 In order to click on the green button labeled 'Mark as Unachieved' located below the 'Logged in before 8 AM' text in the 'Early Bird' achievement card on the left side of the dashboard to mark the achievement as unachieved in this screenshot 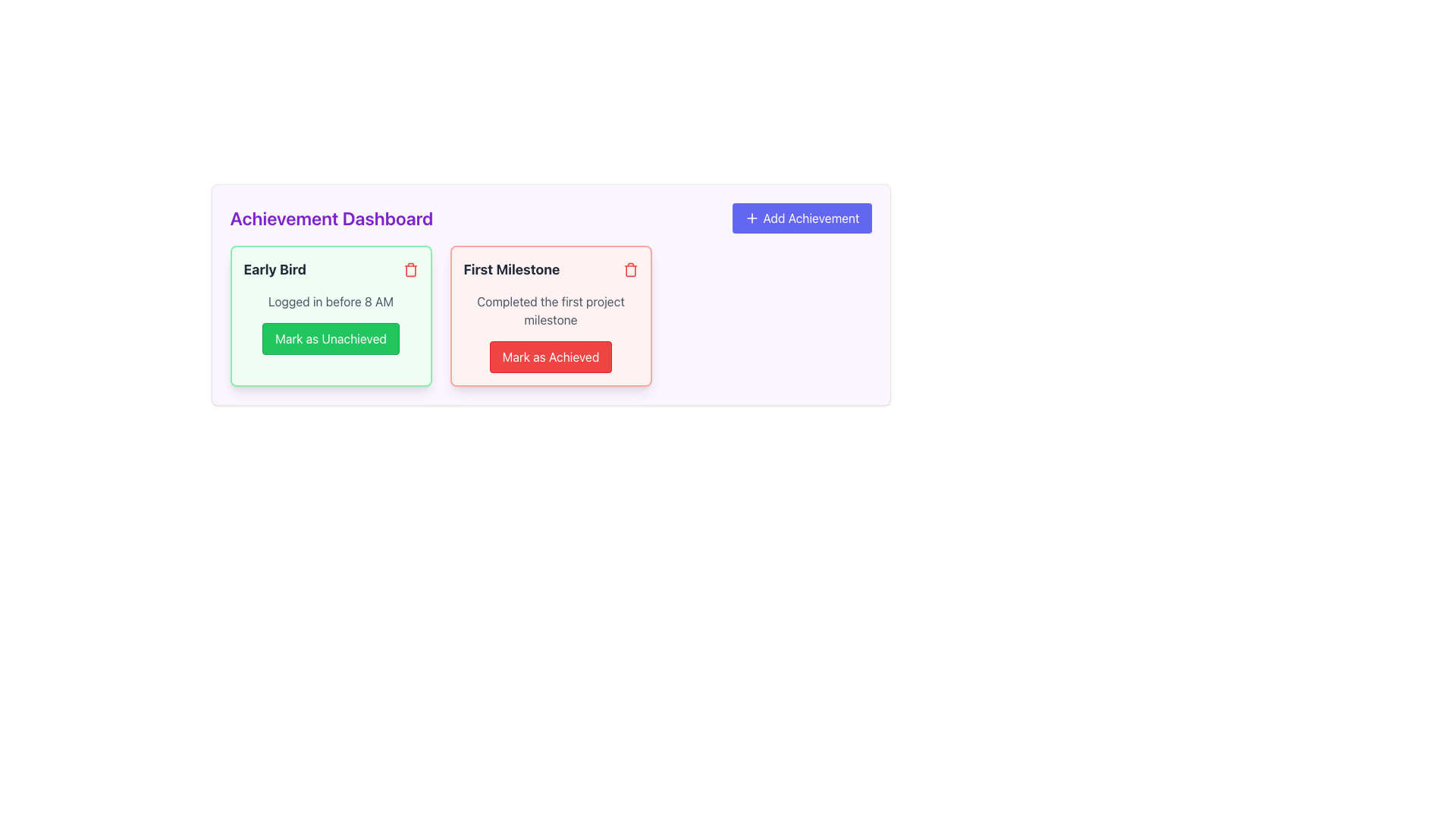, I will do `click(330, 338)`.